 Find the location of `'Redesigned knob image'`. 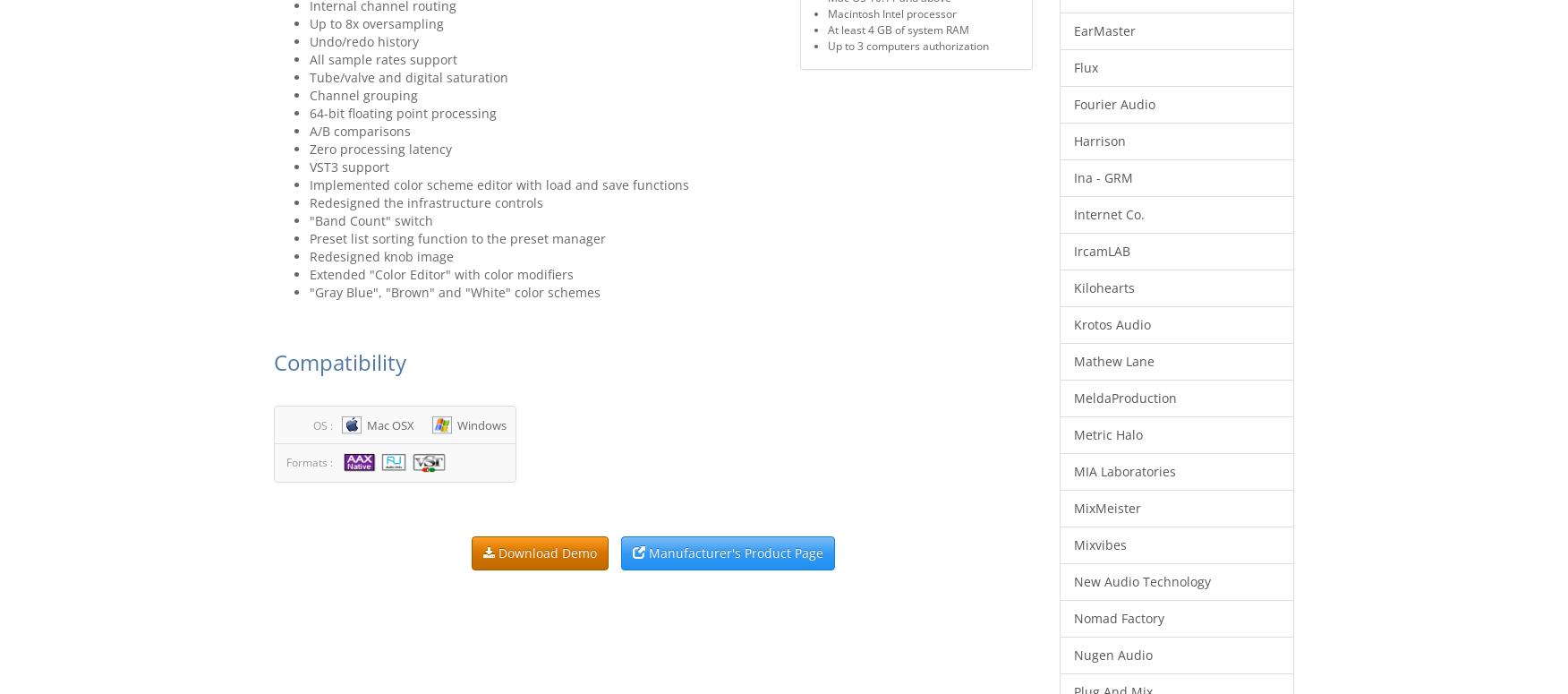

'Redesigned knob image' is located at coordinates (380, 255).